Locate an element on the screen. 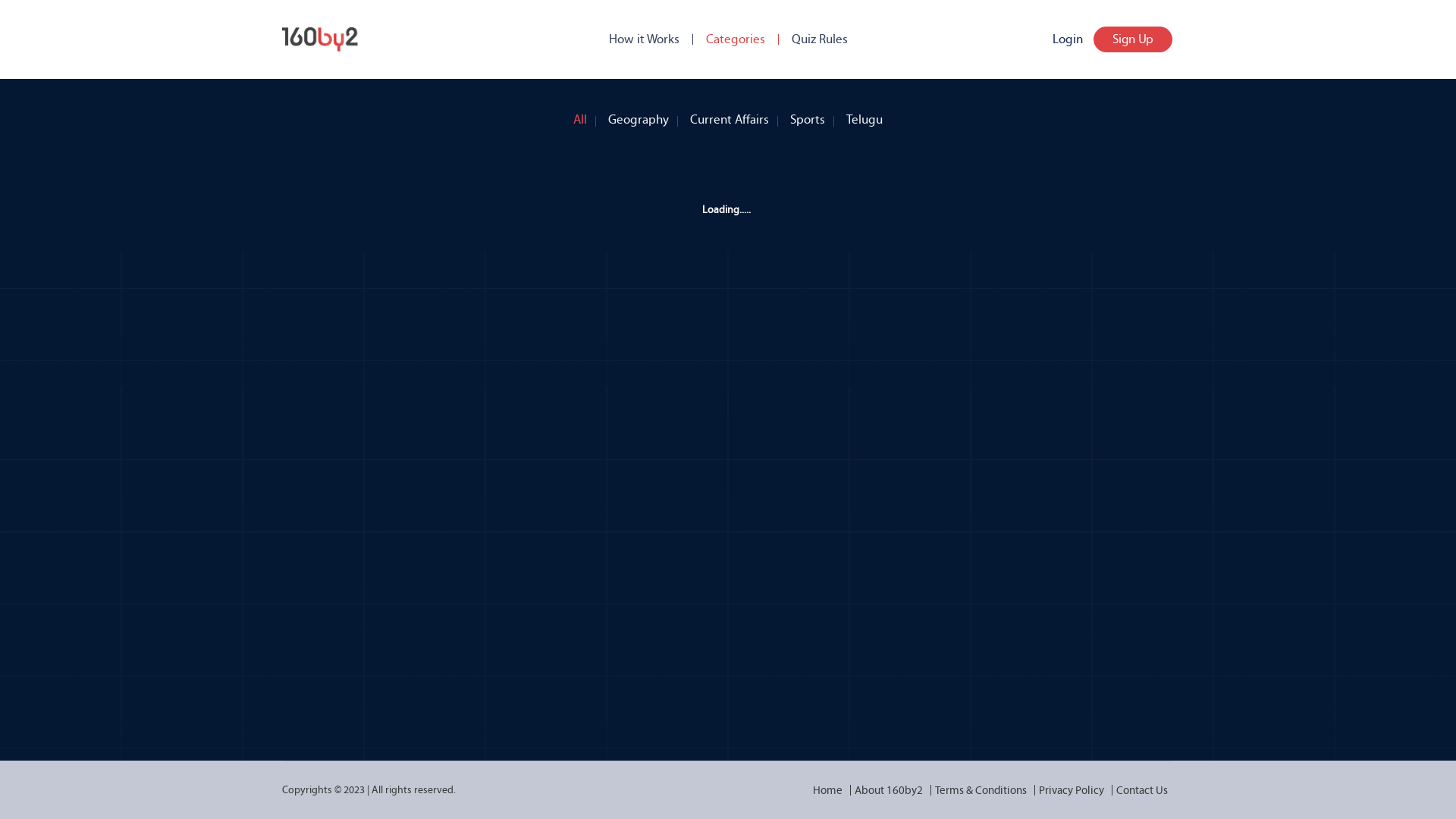 This screenshot has width=1456, height=819. 'Login' is located at coordinates (1066, 38).